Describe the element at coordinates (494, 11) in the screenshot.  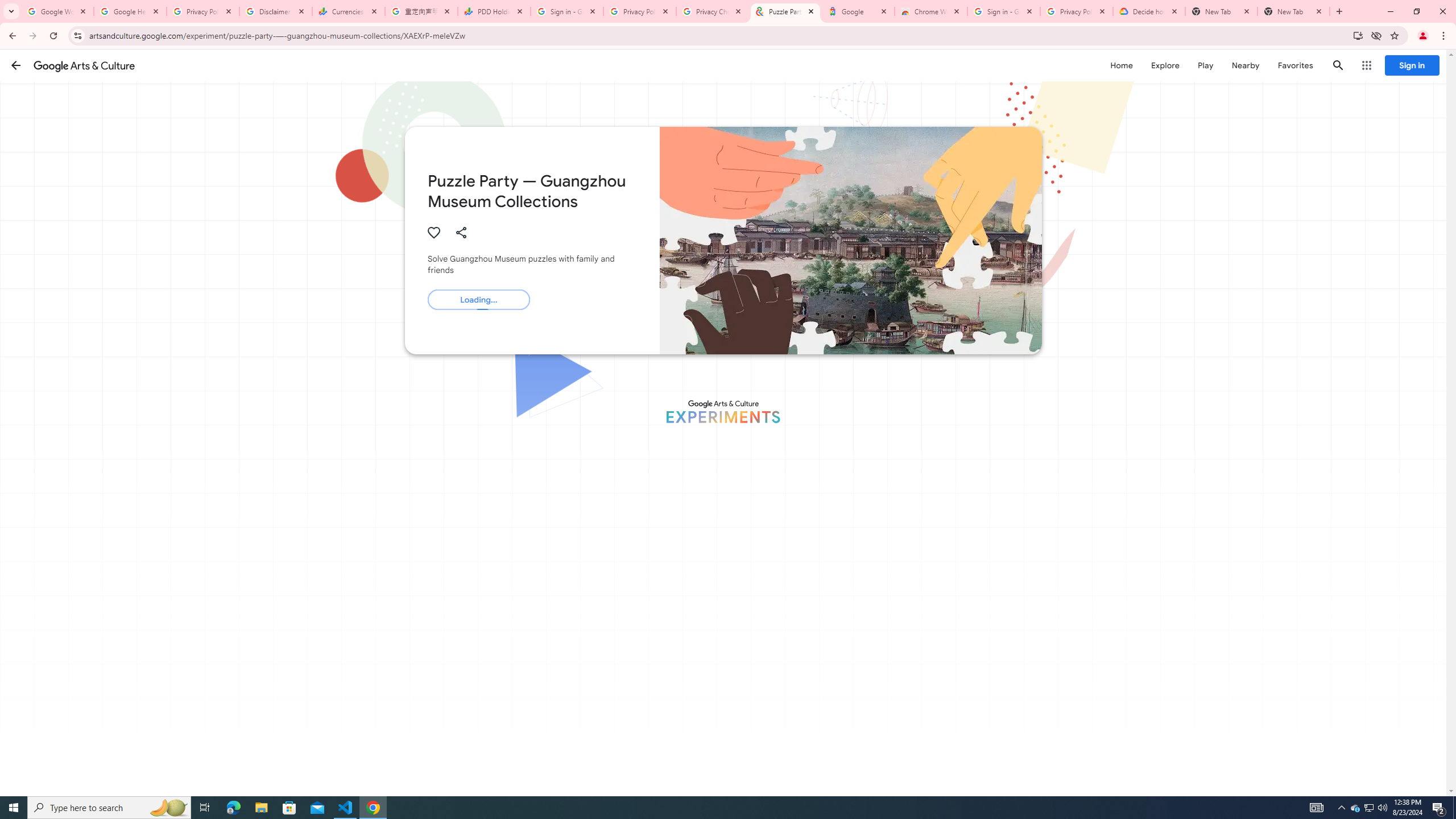
I see `'PDD Holdings Inc - ADR (PDD) Price & News - Google Finance'` at that location.